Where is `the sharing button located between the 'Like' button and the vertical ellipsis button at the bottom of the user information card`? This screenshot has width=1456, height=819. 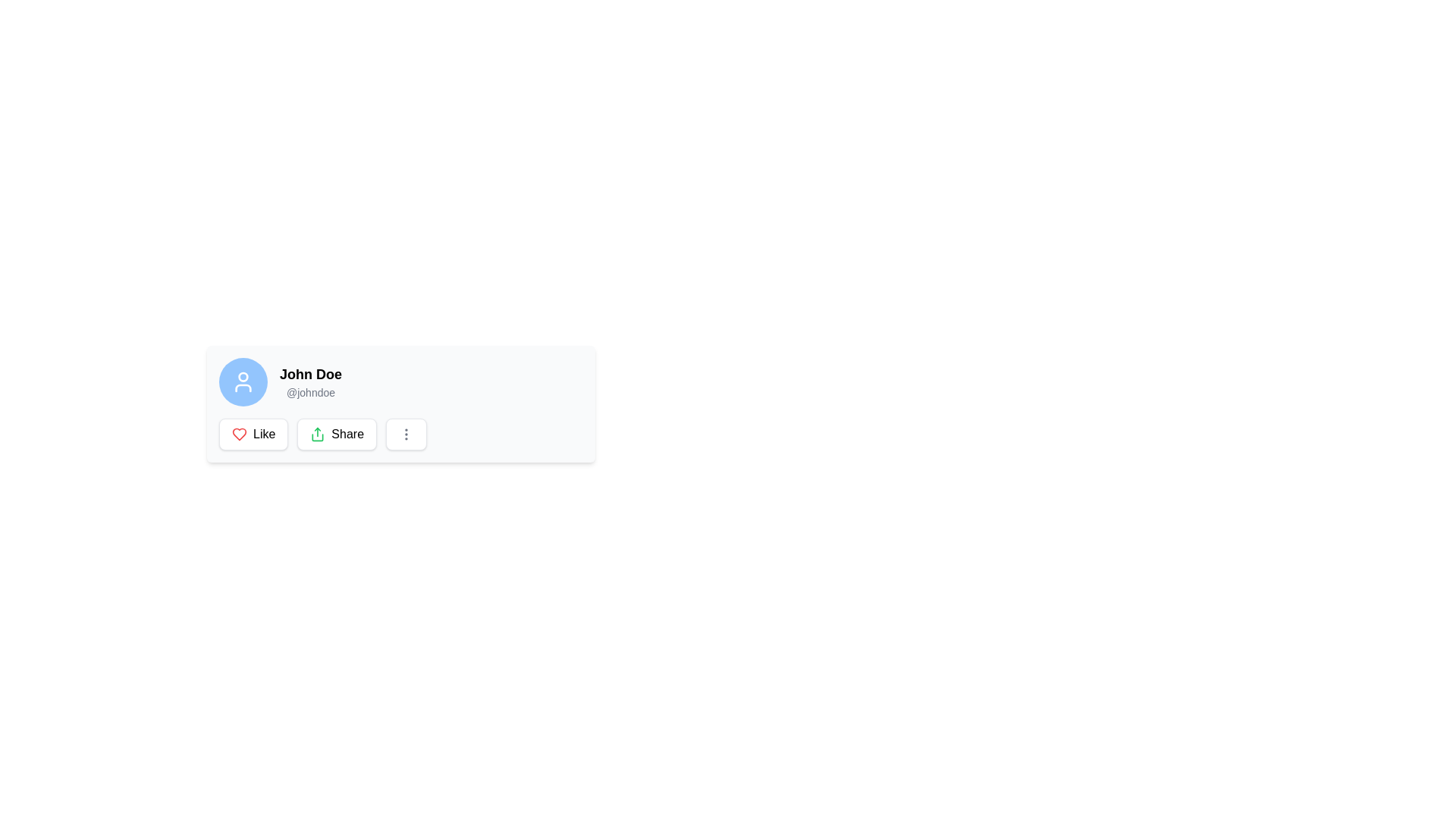 the sharing button located between the 'Like' button and the vertical ellipsis button at the bottom of the user information card is located at coordinates (336, 435).